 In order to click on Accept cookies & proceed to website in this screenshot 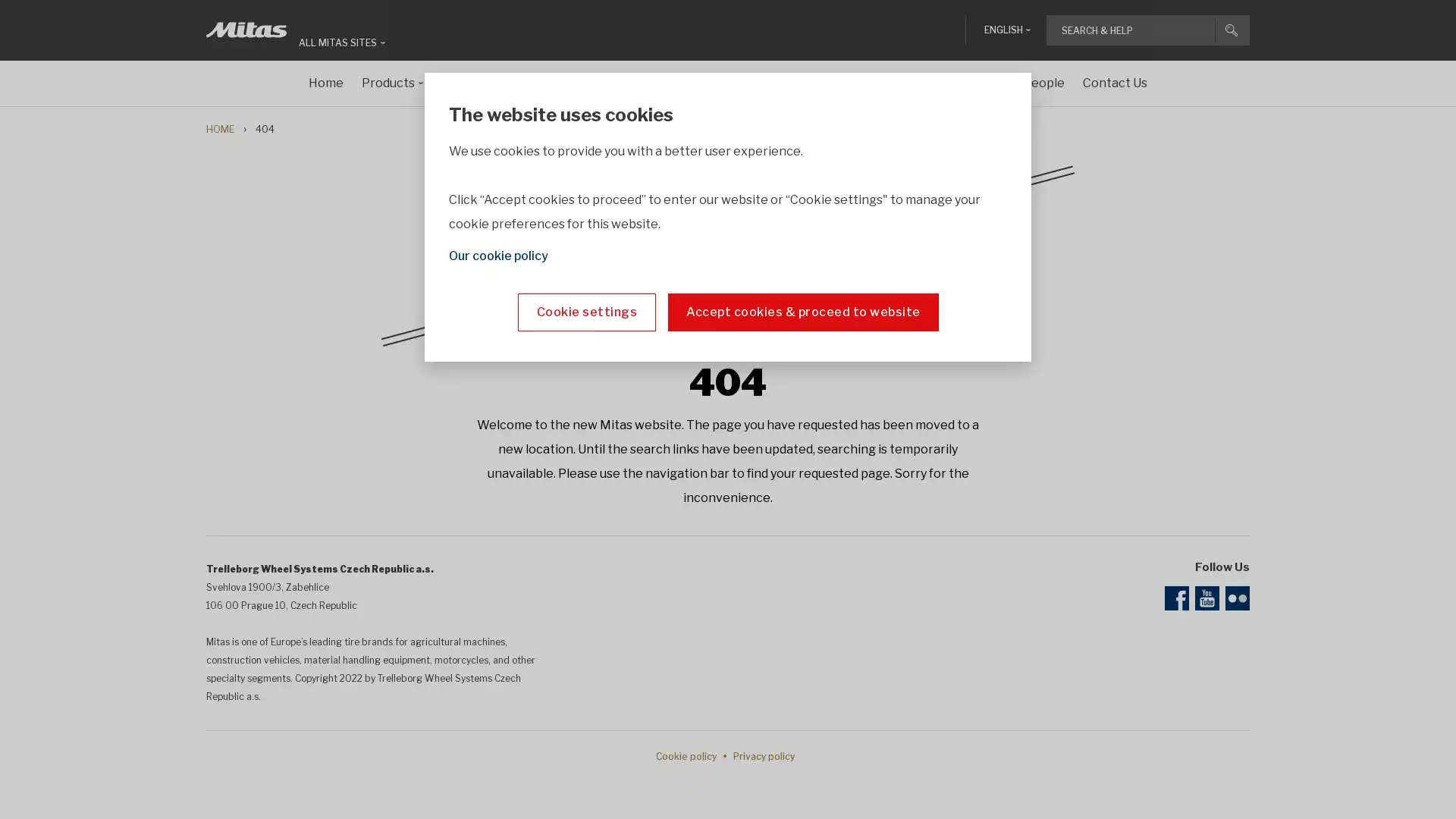, I will do `click(802, 311)`.